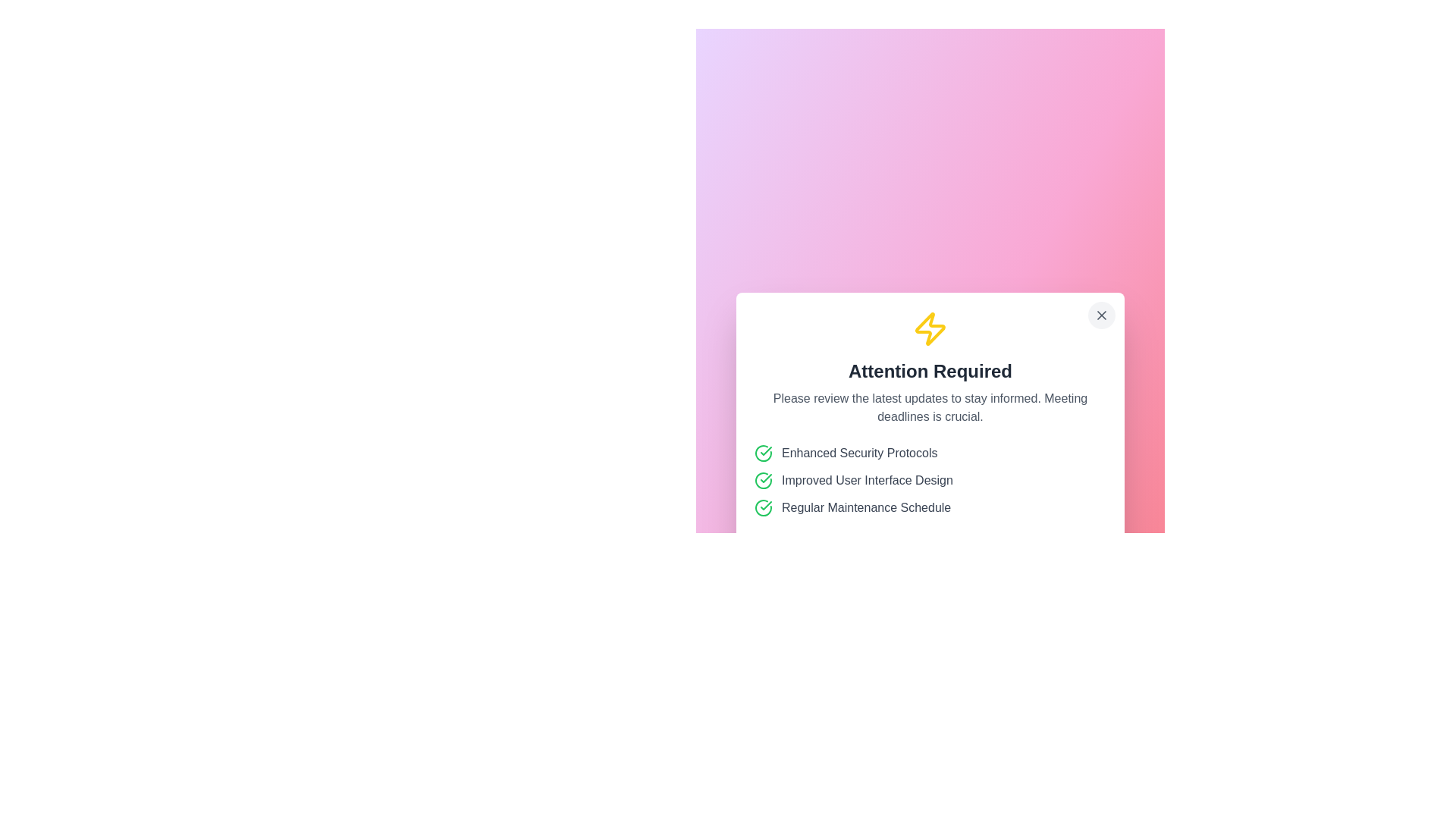  I want to click on the Close/Cancel Icon located in the top-right corner of the floating modal window through tab navigation, so click(1102, 315).